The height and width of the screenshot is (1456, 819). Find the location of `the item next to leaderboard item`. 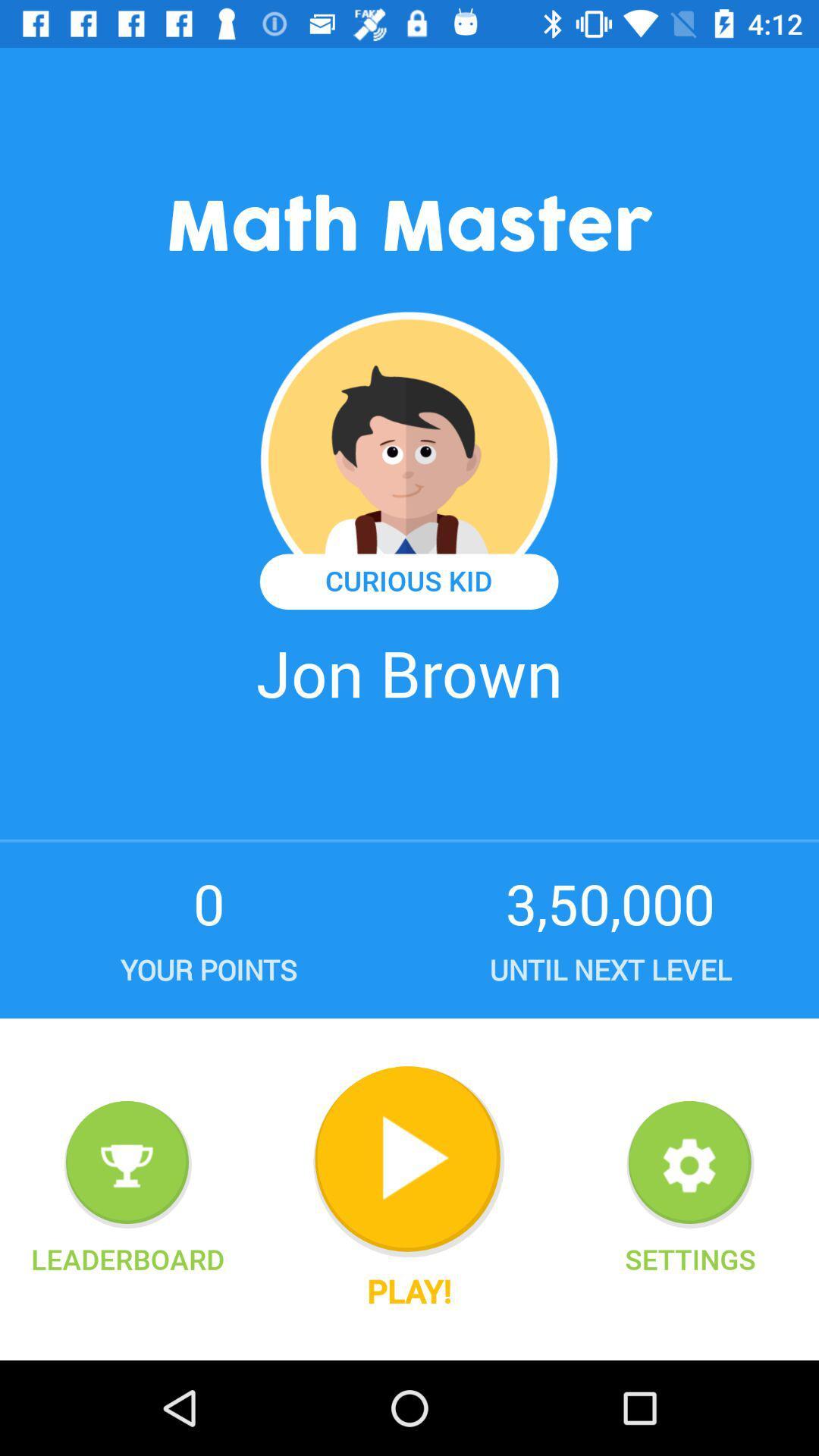

the item next to leaderboard item is located at coordinates (408, 1161).